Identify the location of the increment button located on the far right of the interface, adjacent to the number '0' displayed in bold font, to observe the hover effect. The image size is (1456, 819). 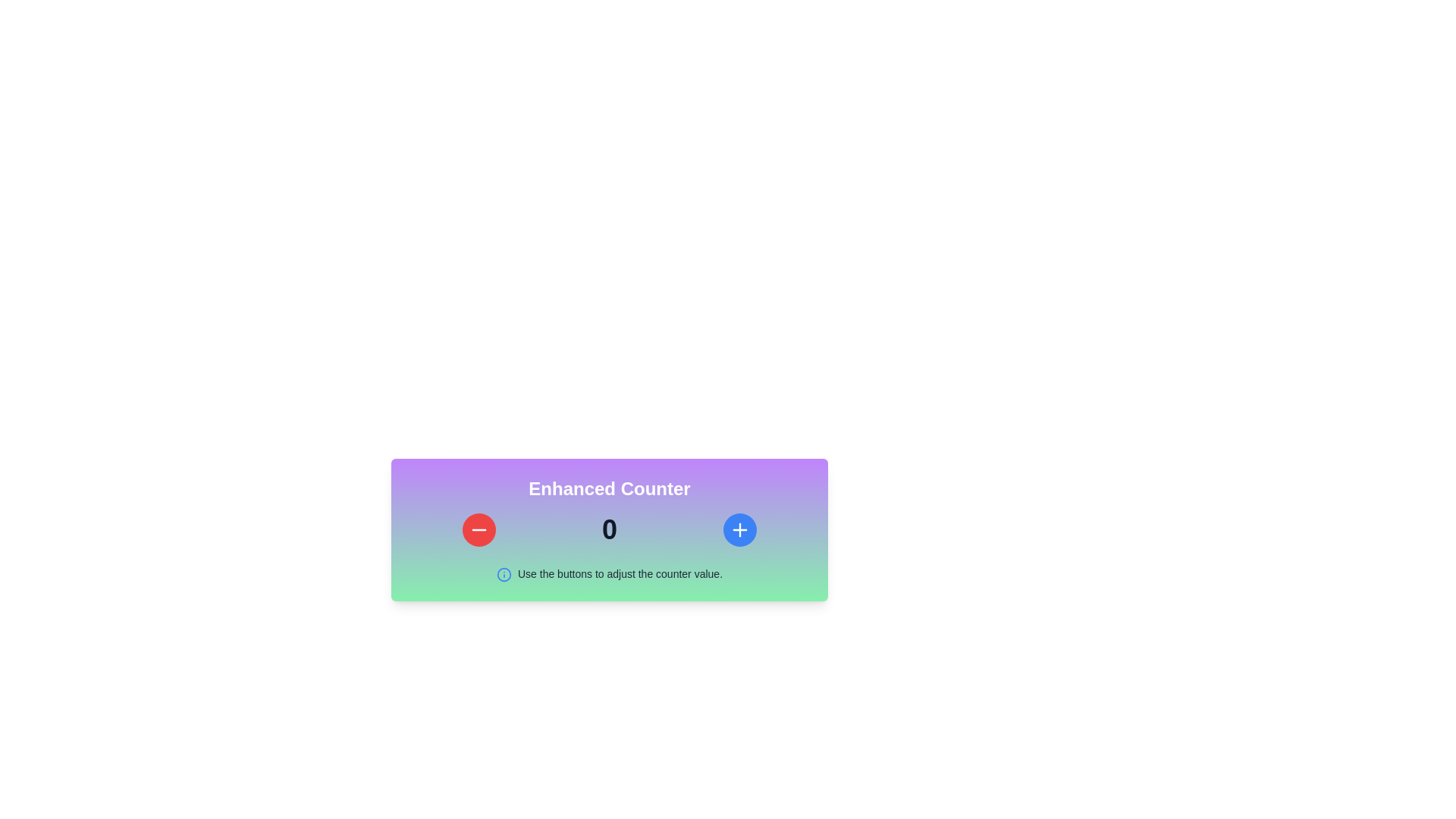
(739, 529).